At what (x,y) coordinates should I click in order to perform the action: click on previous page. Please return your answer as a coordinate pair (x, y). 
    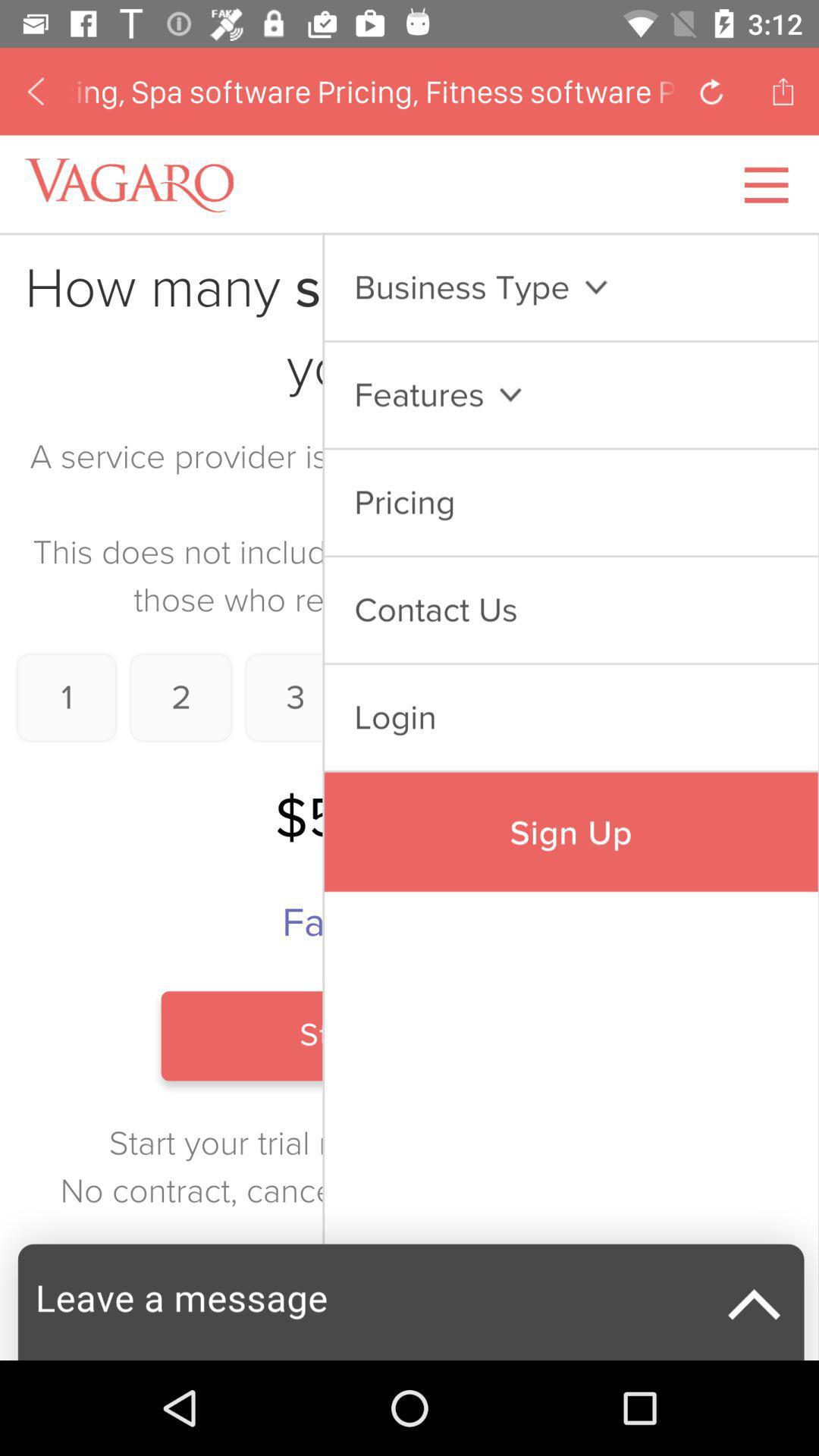
    Looking at the image, I should click on (35, 90).